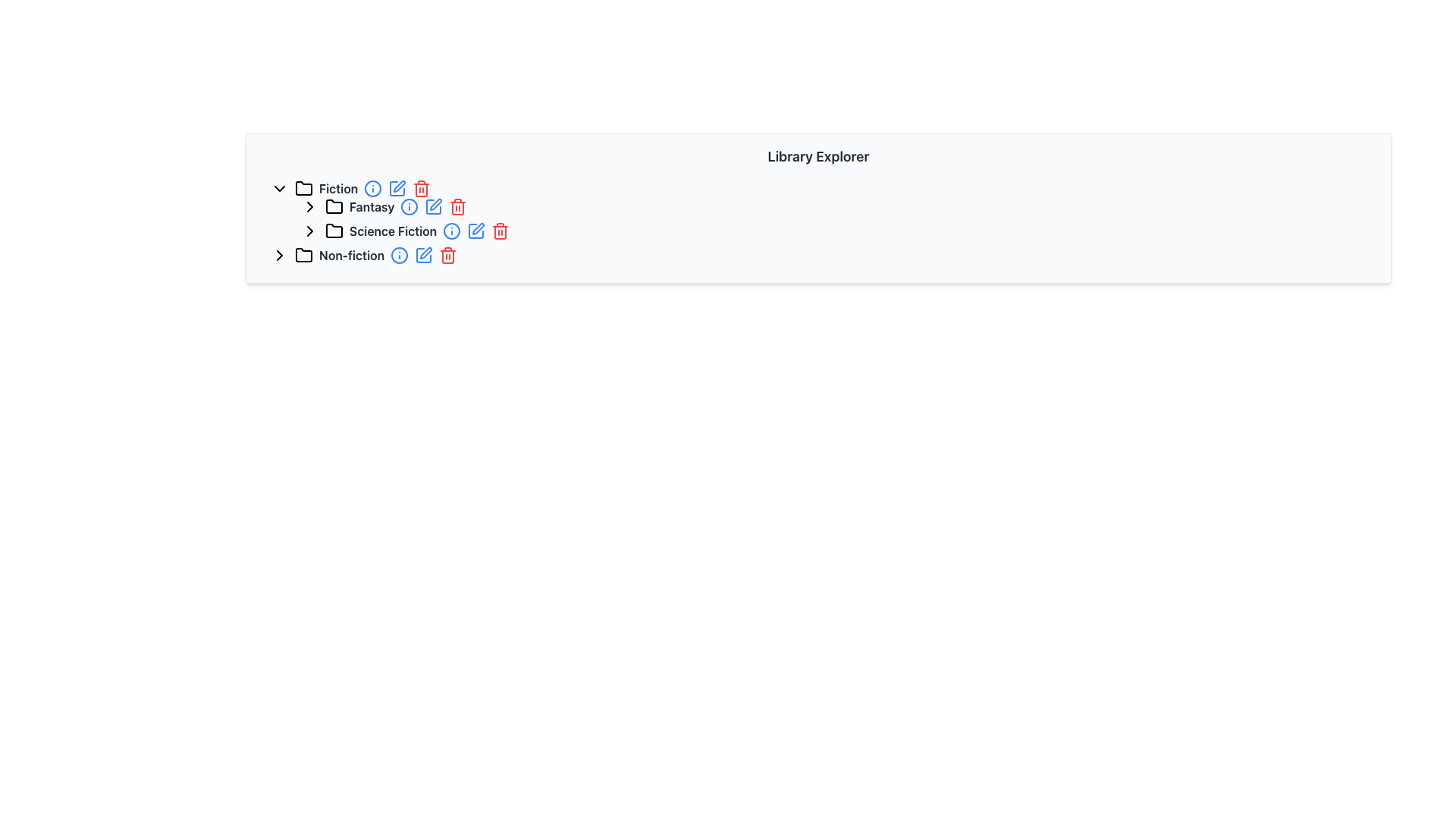 The width and height of the screenshot is (1456, 819). What do you see at coordinates (337, 188) in the screenshot?
I see `the 'Fiction' text label` at bounding box center [337, 188].